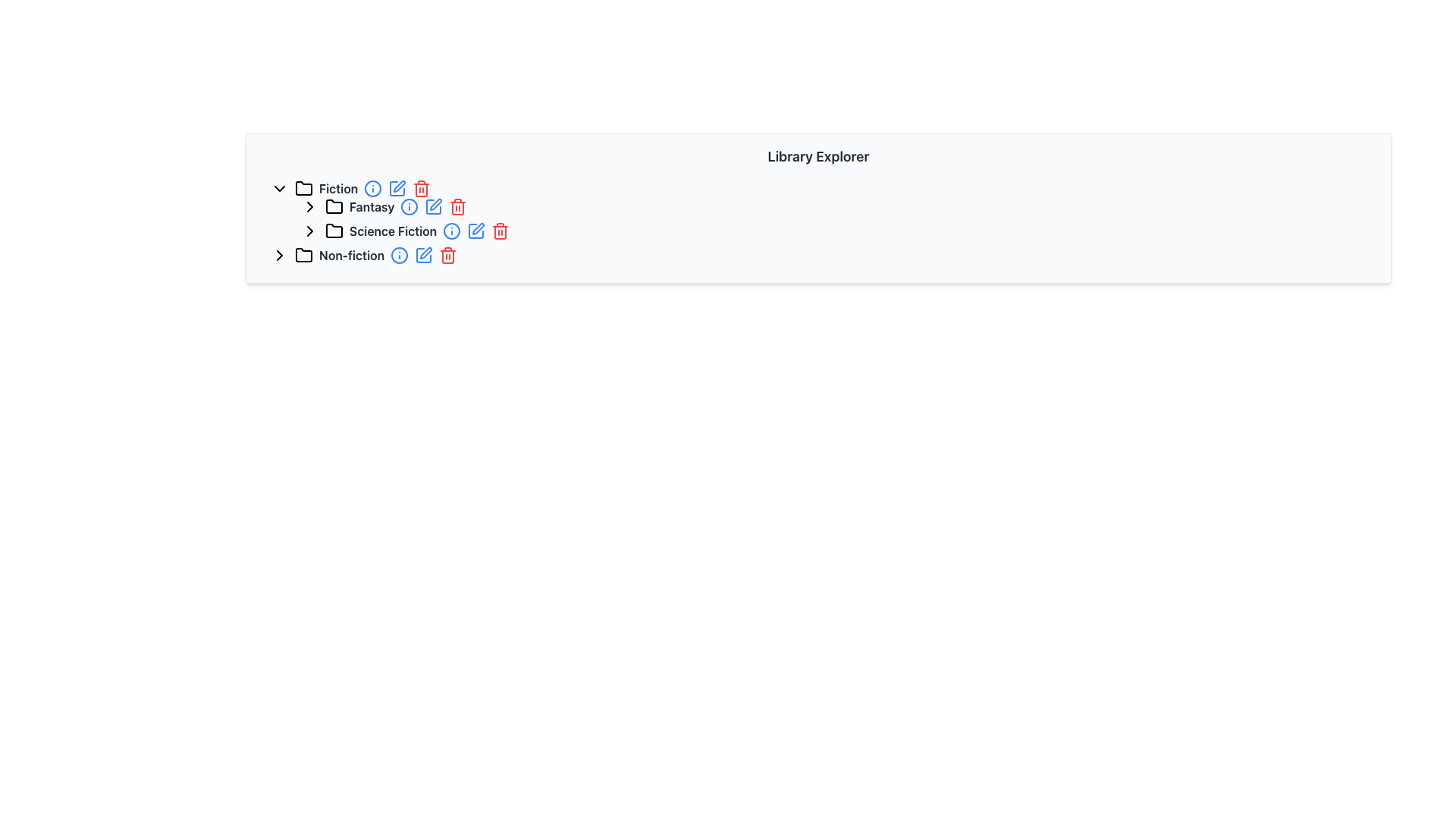 The width and height of the screenshot is (1456, 819). What do you see at coordinates (337, 188) in the screenshot?
I see `the 'Fiction' text label` at bounding box center [337, 188].